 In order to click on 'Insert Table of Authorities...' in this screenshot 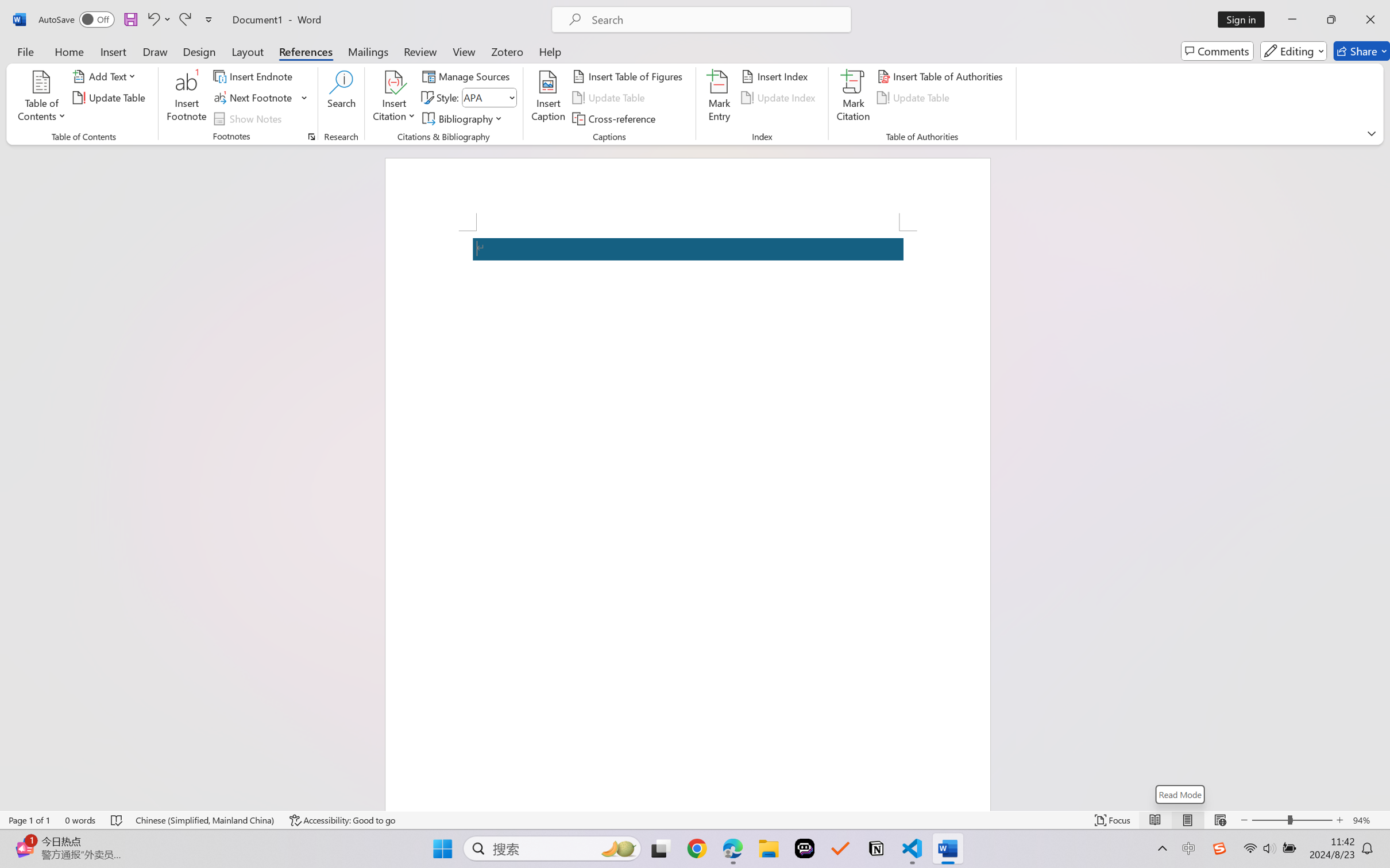, I will do `click(941, 75)`.